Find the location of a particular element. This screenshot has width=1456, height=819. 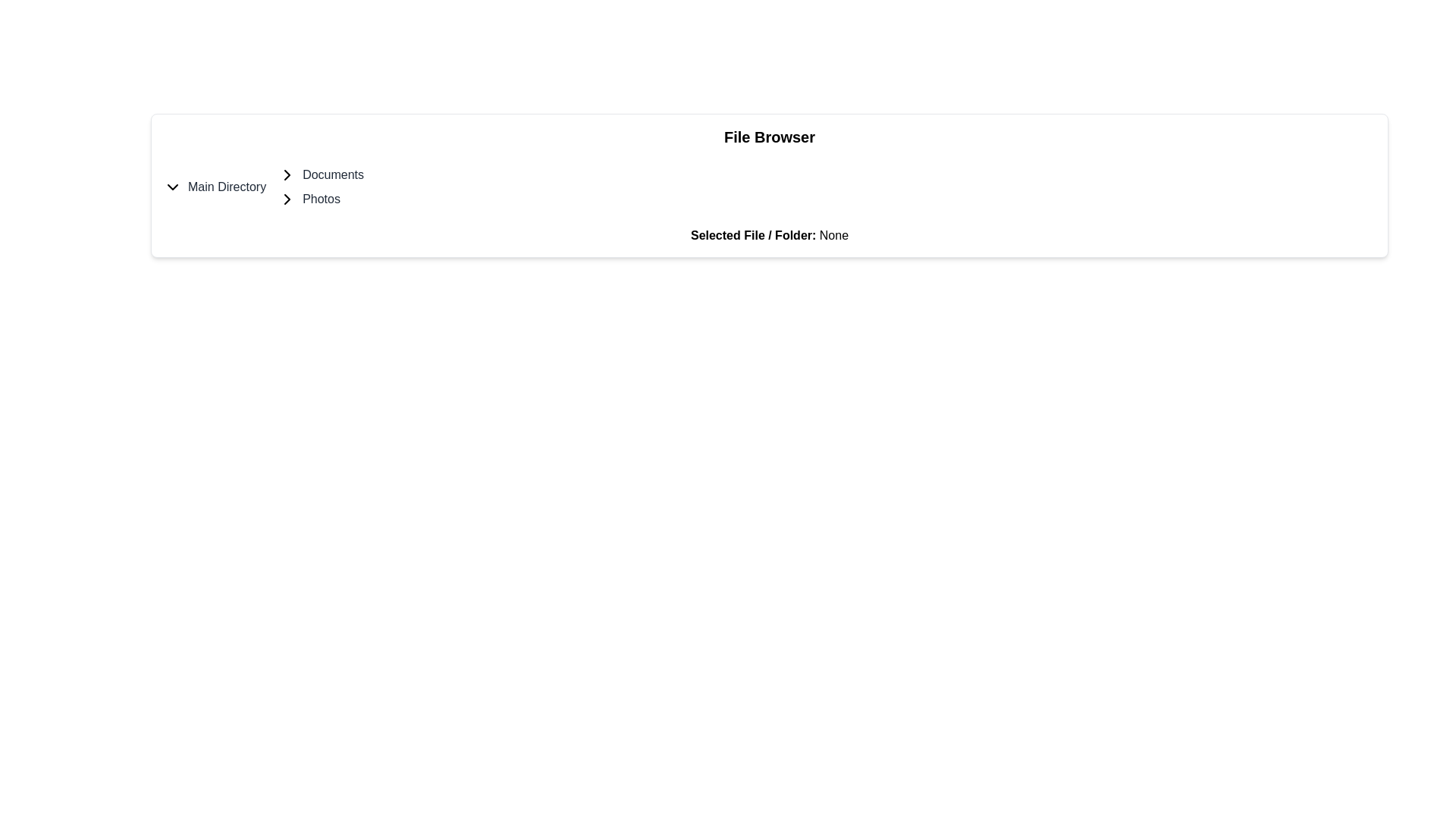

the rightward-facing arrow icon next to the text 'Photos' is located at coordinates (287, 198).